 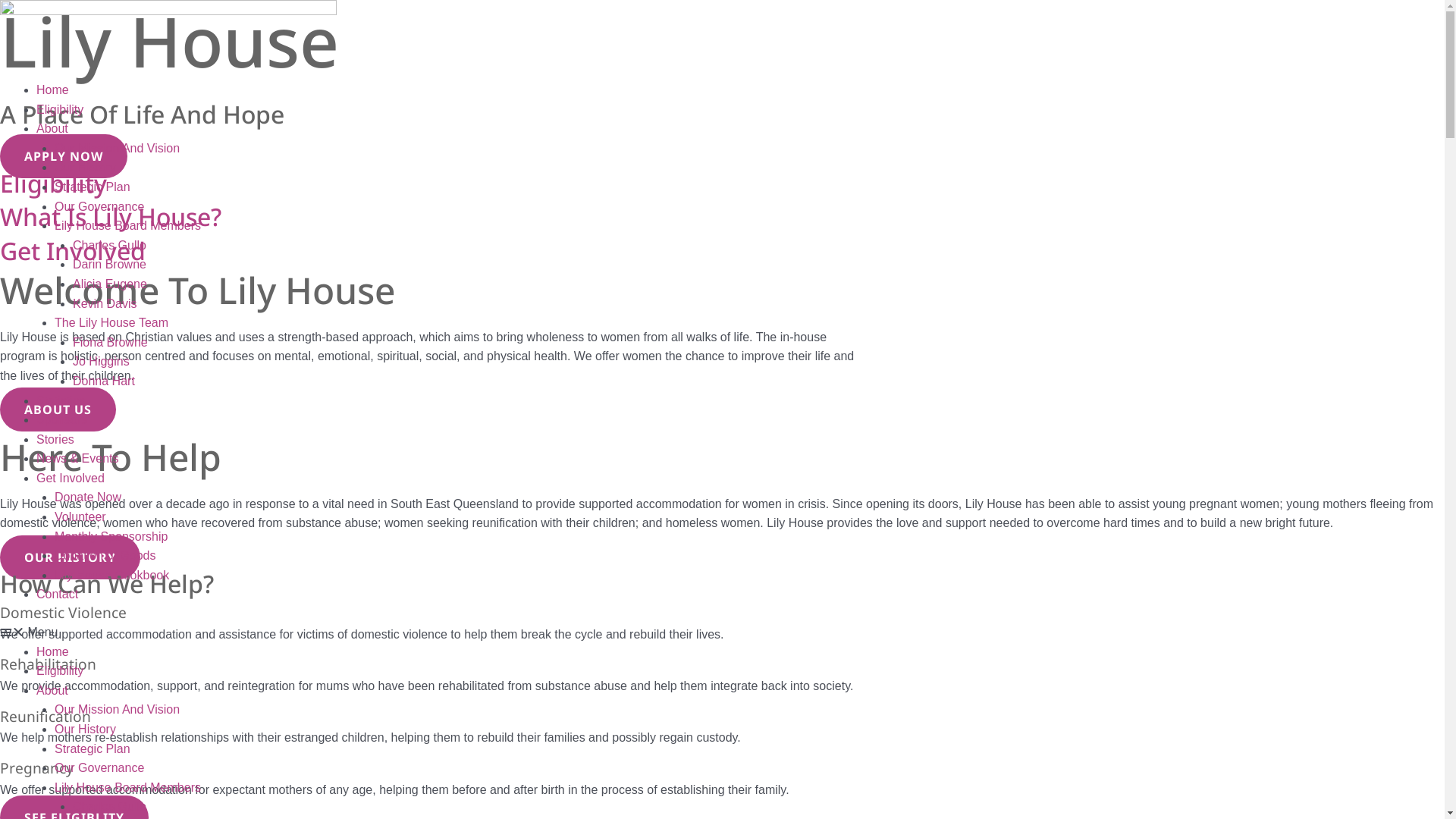 I want to click on 'Donation of Goods', so click(x=55, y=555).